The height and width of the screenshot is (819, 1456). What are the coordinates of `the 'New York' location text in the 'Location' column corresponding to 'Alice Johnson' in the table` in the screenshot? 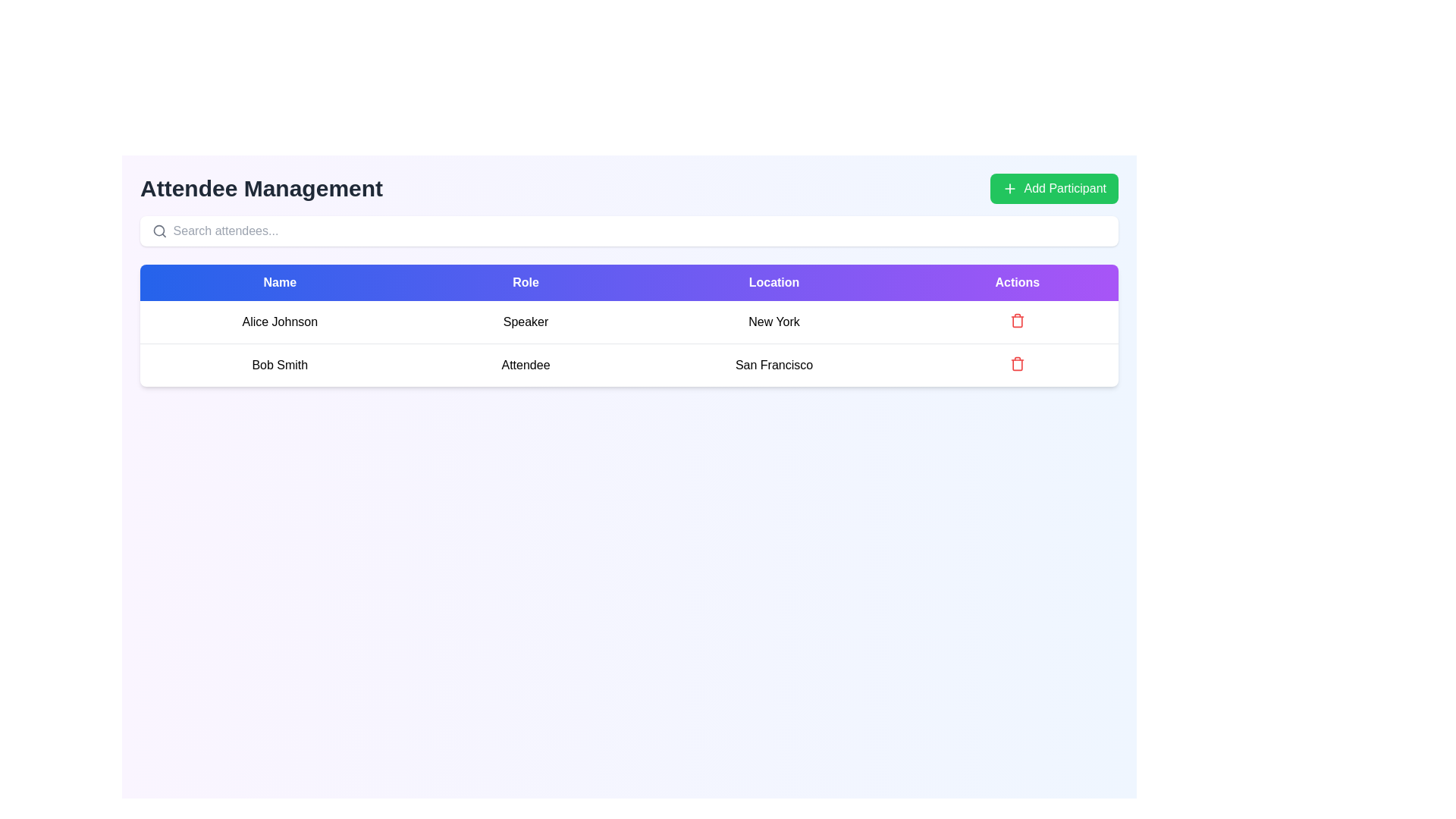 It's located at (774, 322).